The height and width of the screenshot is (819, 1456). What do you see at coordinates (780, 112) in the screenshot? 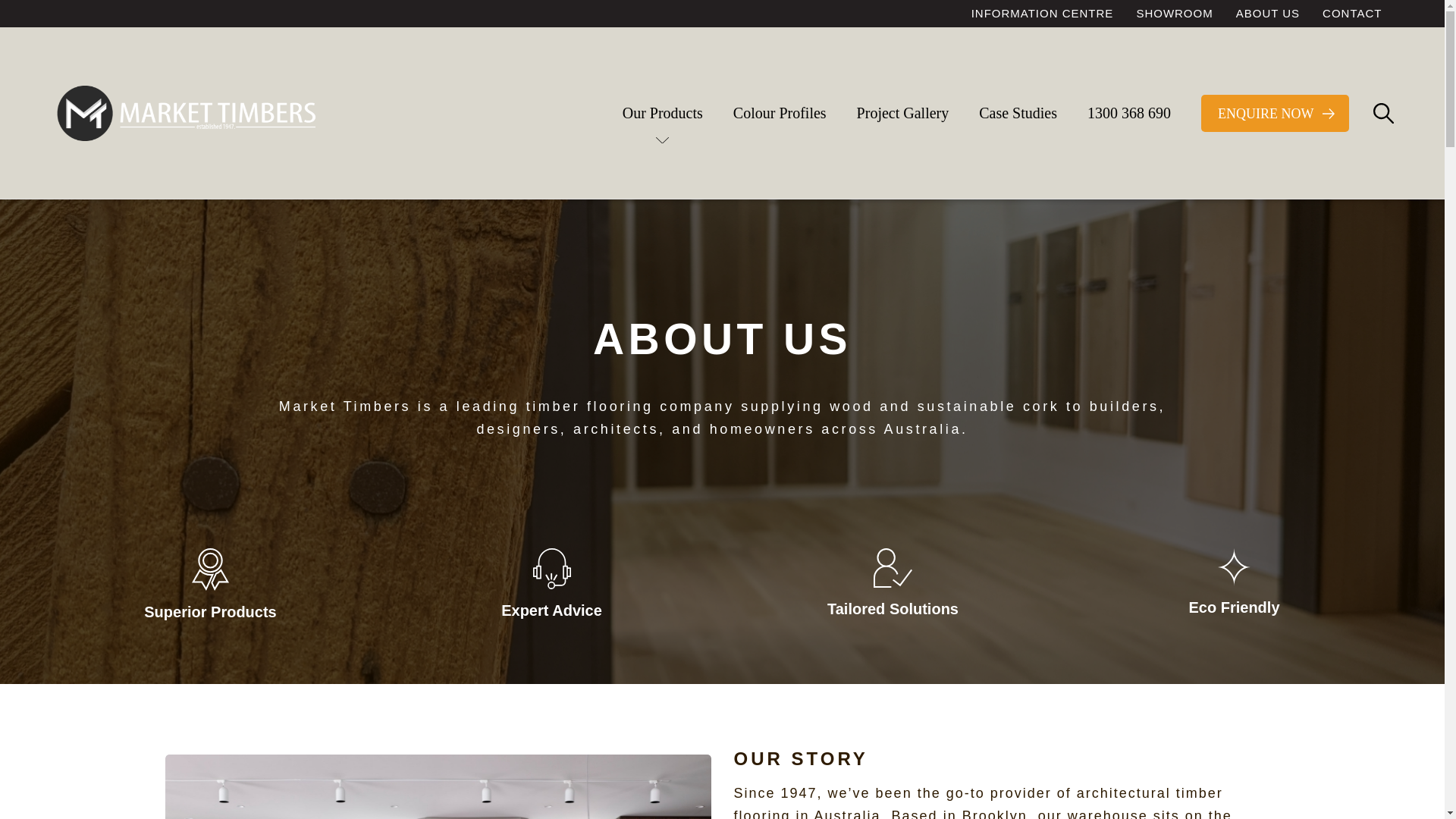
I see `'Colour Profiles'` at bounding box center [780, 112].